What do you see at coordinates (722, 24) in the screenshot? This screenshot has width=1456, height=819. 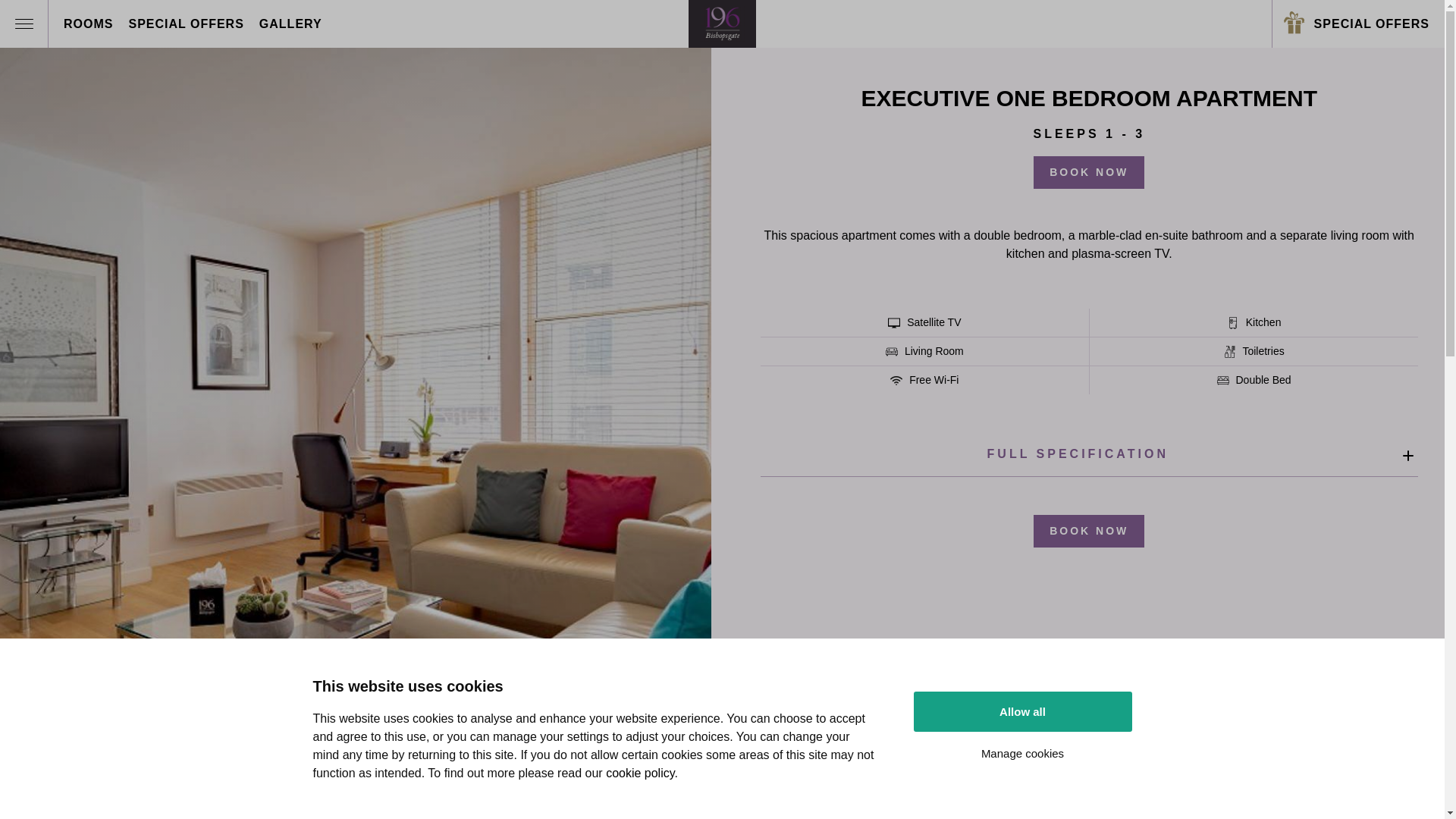 I see `'196 Bishopsgate'` at bounding box center [722, 24].